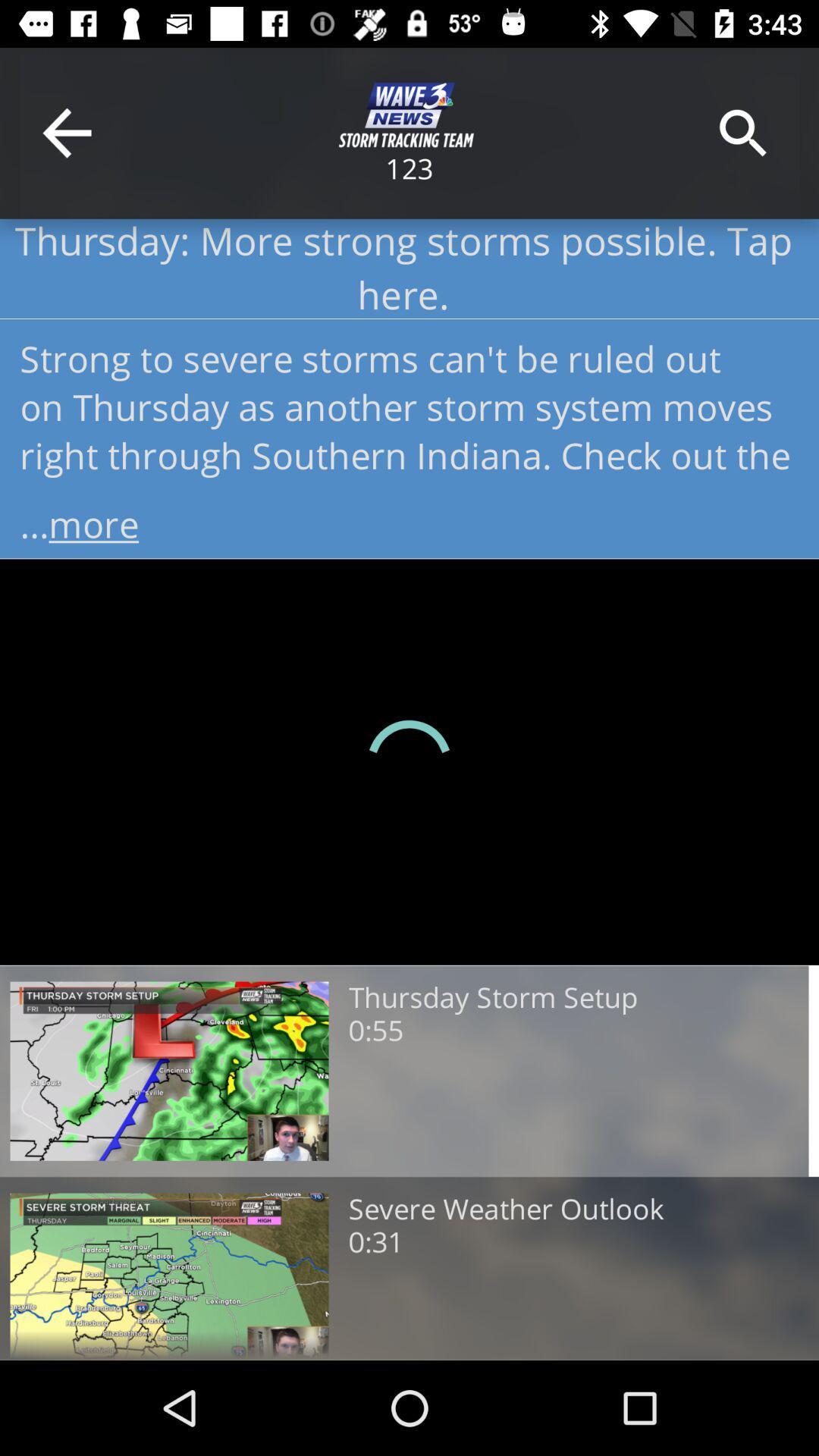 The image size is (819, 1456). What do you see at coordinates (506, 1209) in the screenshot?
I see `app above 0:31 item` at bounding box center [506, 1209].